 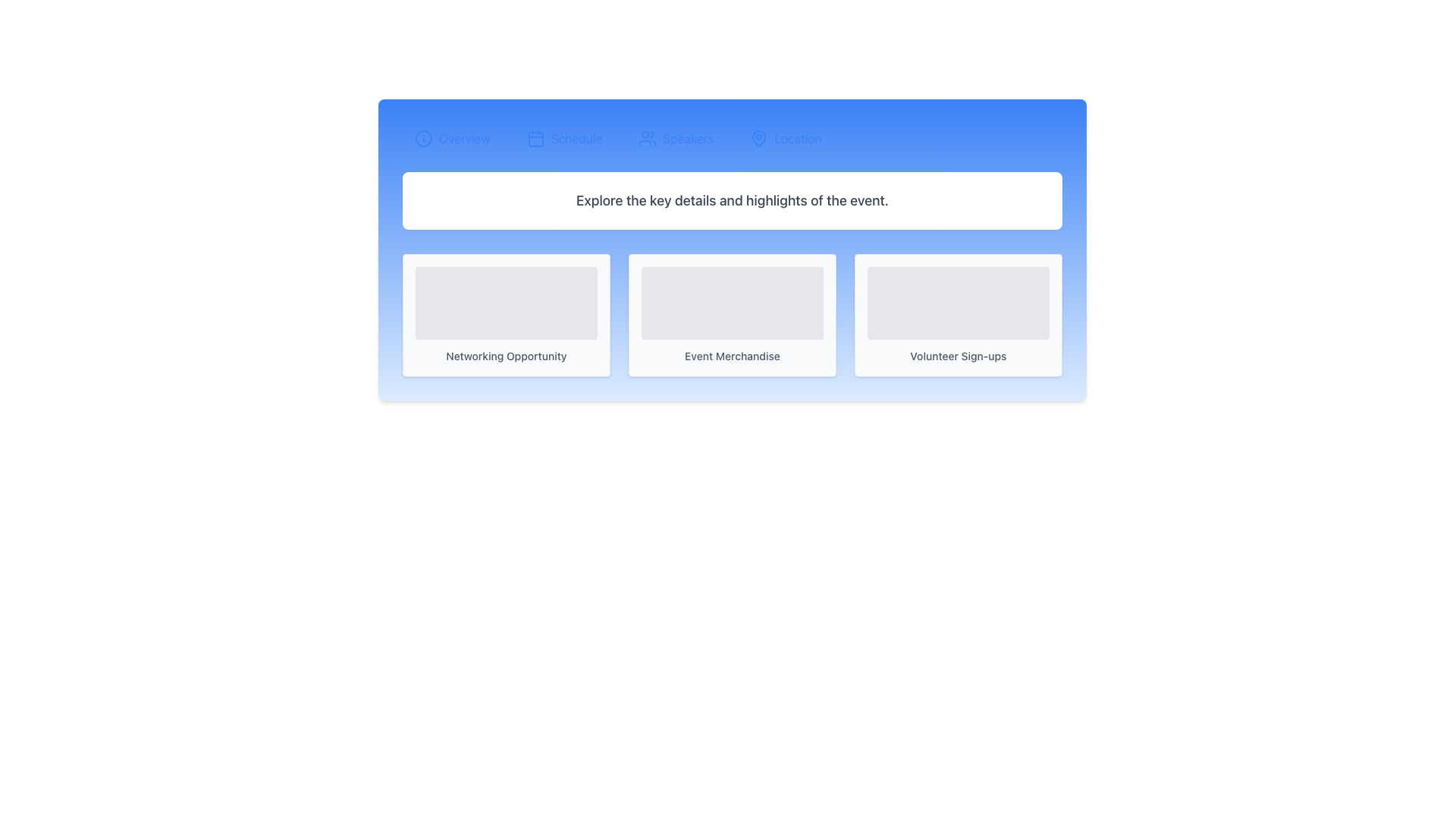 I want to click on the 'Overview' navigation tab button located at the top-left of the horizontal navigation bar, so click(x=451, y=138).